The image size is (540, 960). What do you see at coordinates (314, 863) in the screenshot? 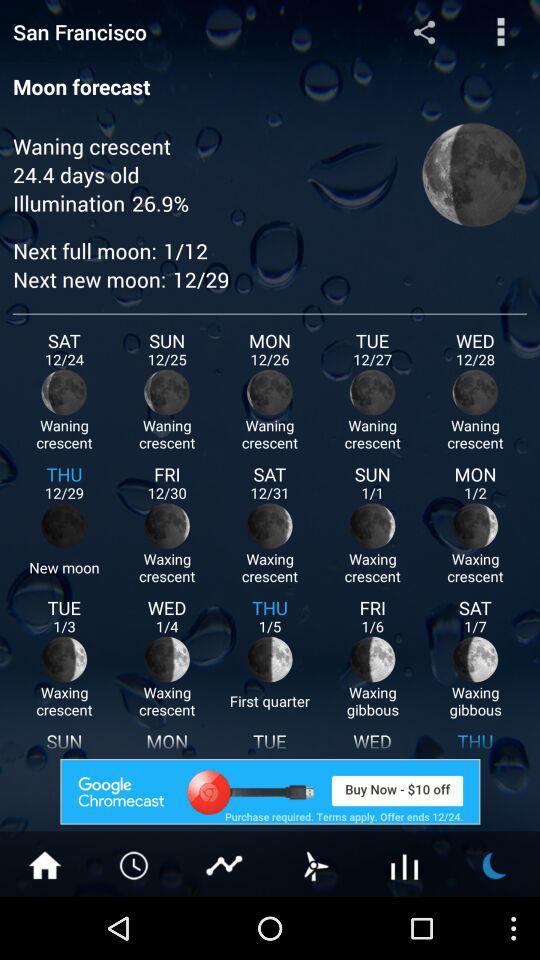
I see `switch pages` at bounding box center [314, 863].